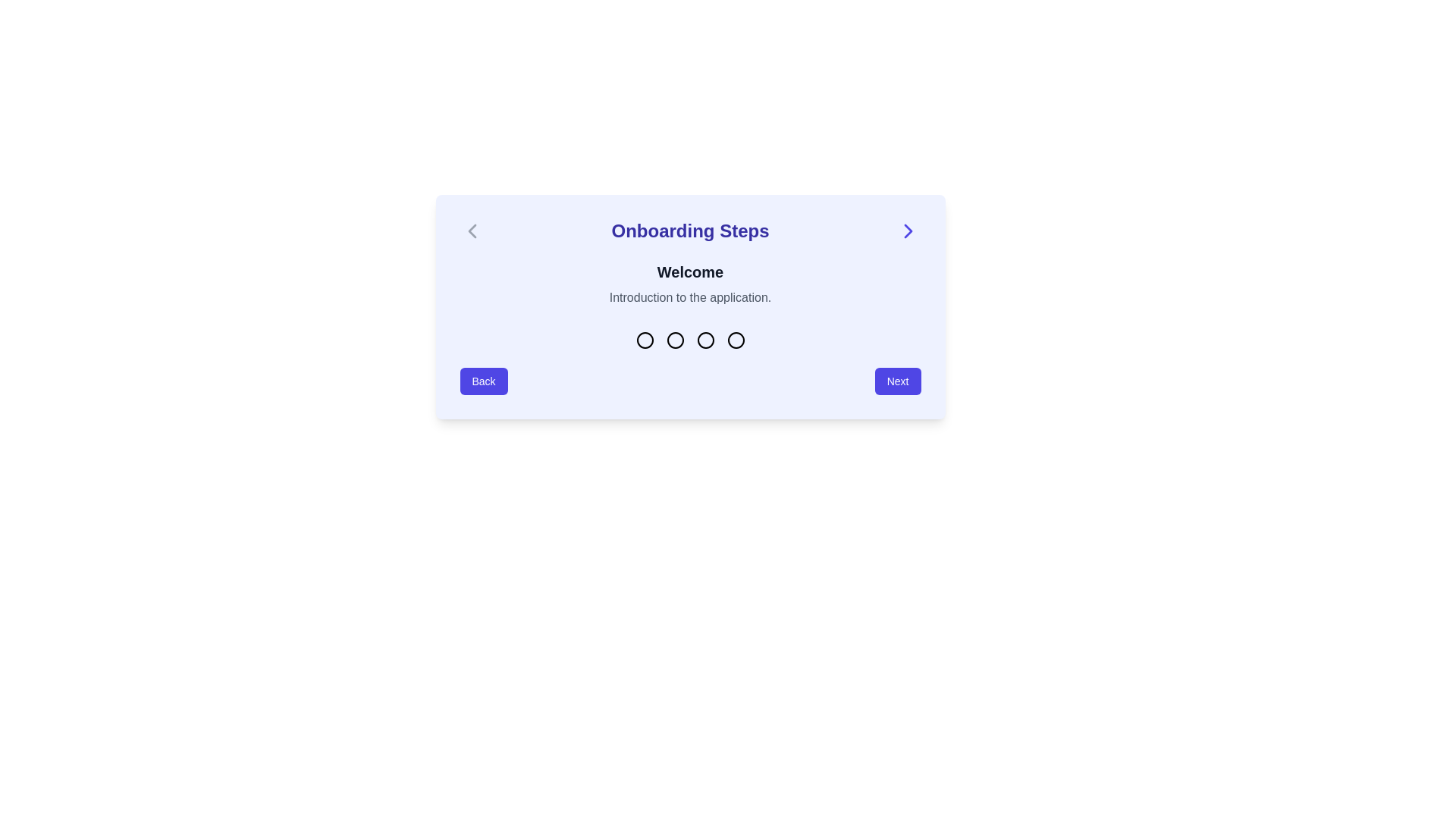 The image size is (1456, 819). What do you see at coordinates (483, 380) in the screenshot?
I see `the 'Previous' button located at the bottom left of the onboarding panel to observe visual feedback` at bounding box center [483, 380].